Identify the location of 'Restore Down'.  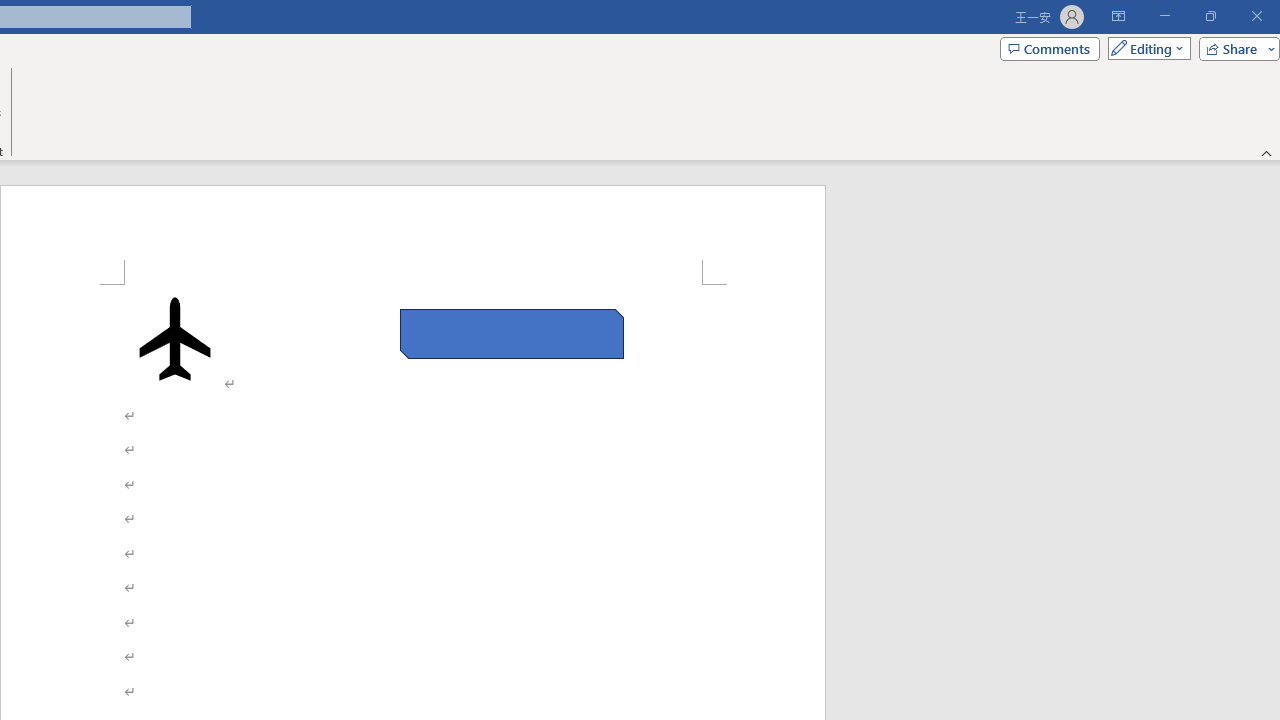
(1209, 16).